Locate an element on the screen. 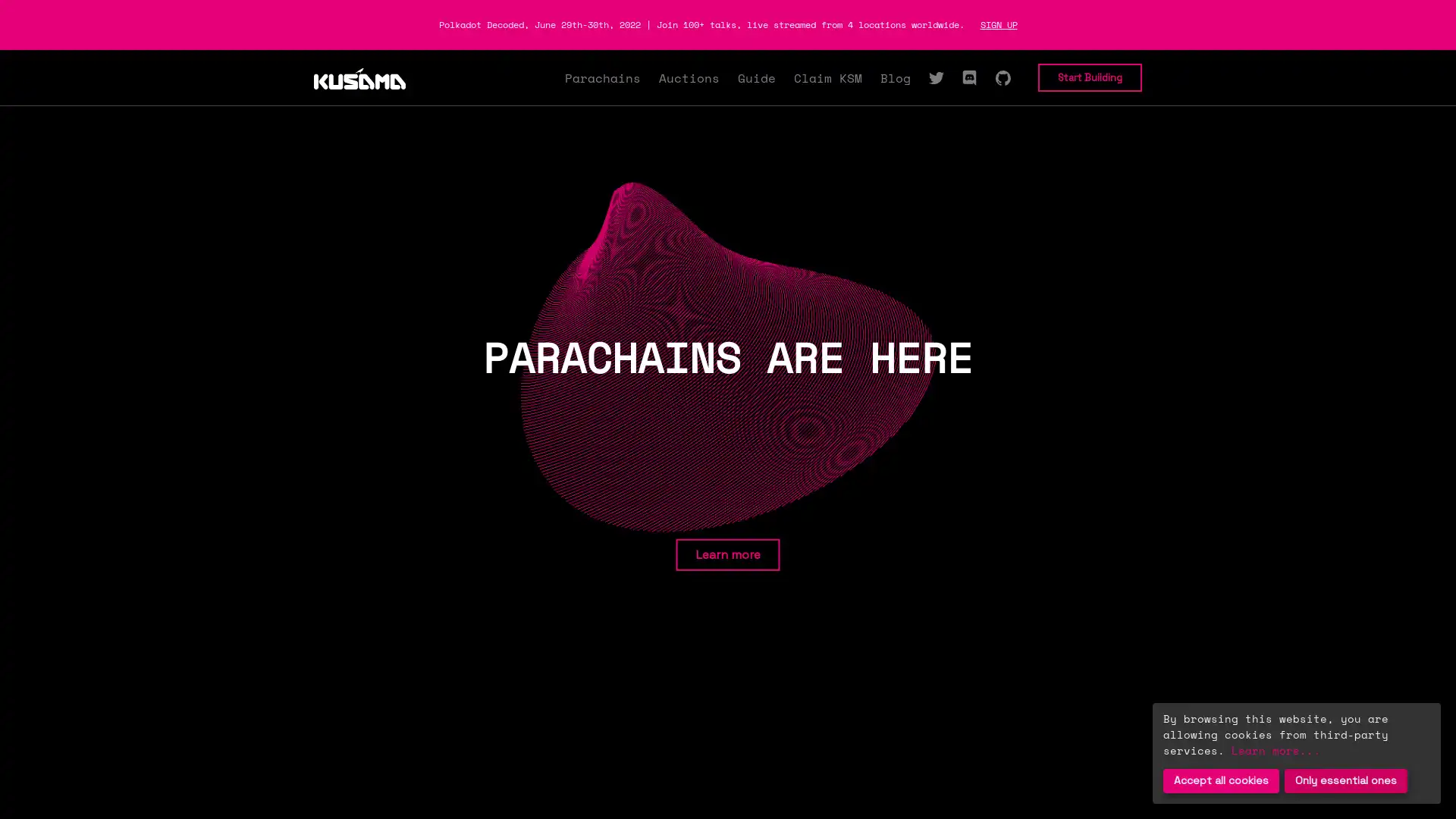 The height and width of the screenshot is (819, 1456). Only essential ones is located at coordinates (1346, 780).